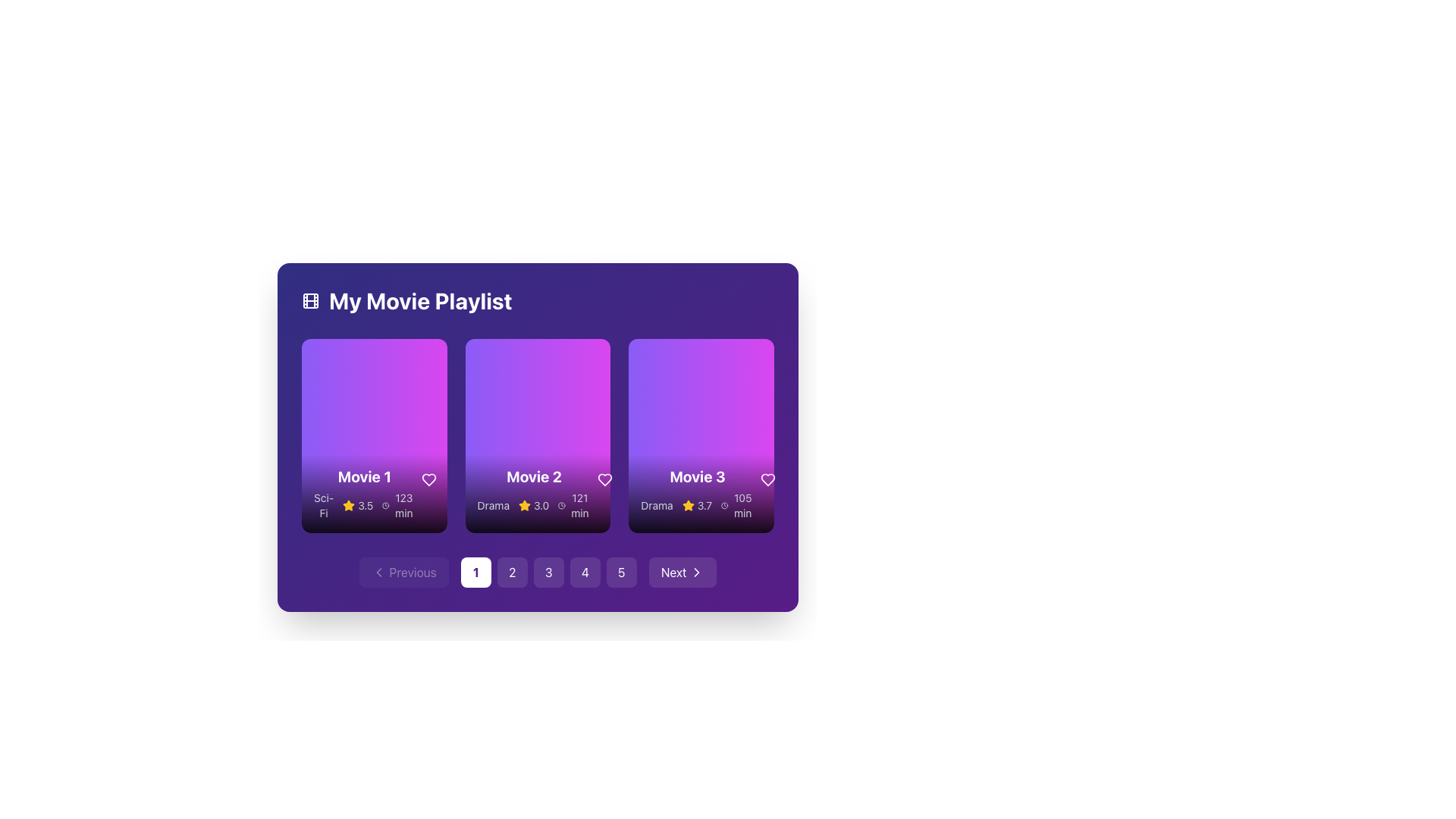 The image size is (1456, 819). What do you see at coordinates (657, 506) in the screenshot?
I see `the text label indicating the genre of the movie displayed in the Movie 3 card in the 'My Movie Playlist' section, located at the bottom-left corner of the card` at bounding box center [657, 506].